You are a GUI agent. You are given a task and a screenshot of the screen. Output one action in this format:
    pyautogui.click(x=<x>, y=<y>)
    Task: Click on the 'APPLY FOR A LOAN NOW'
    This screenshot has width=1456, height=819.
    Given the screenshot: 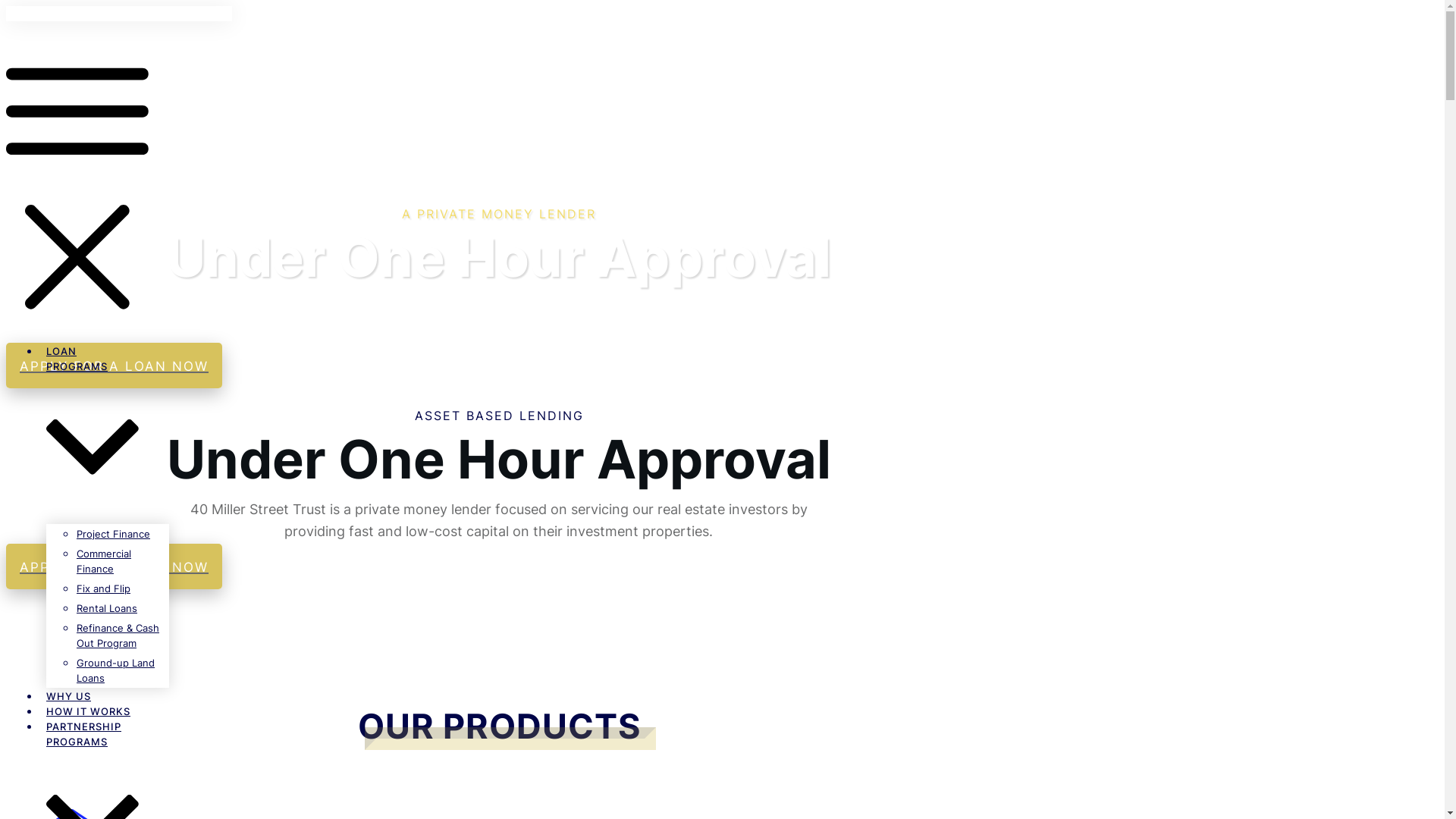 What is the action you would take?
    pyautogui.click(x=113, y=566)
    